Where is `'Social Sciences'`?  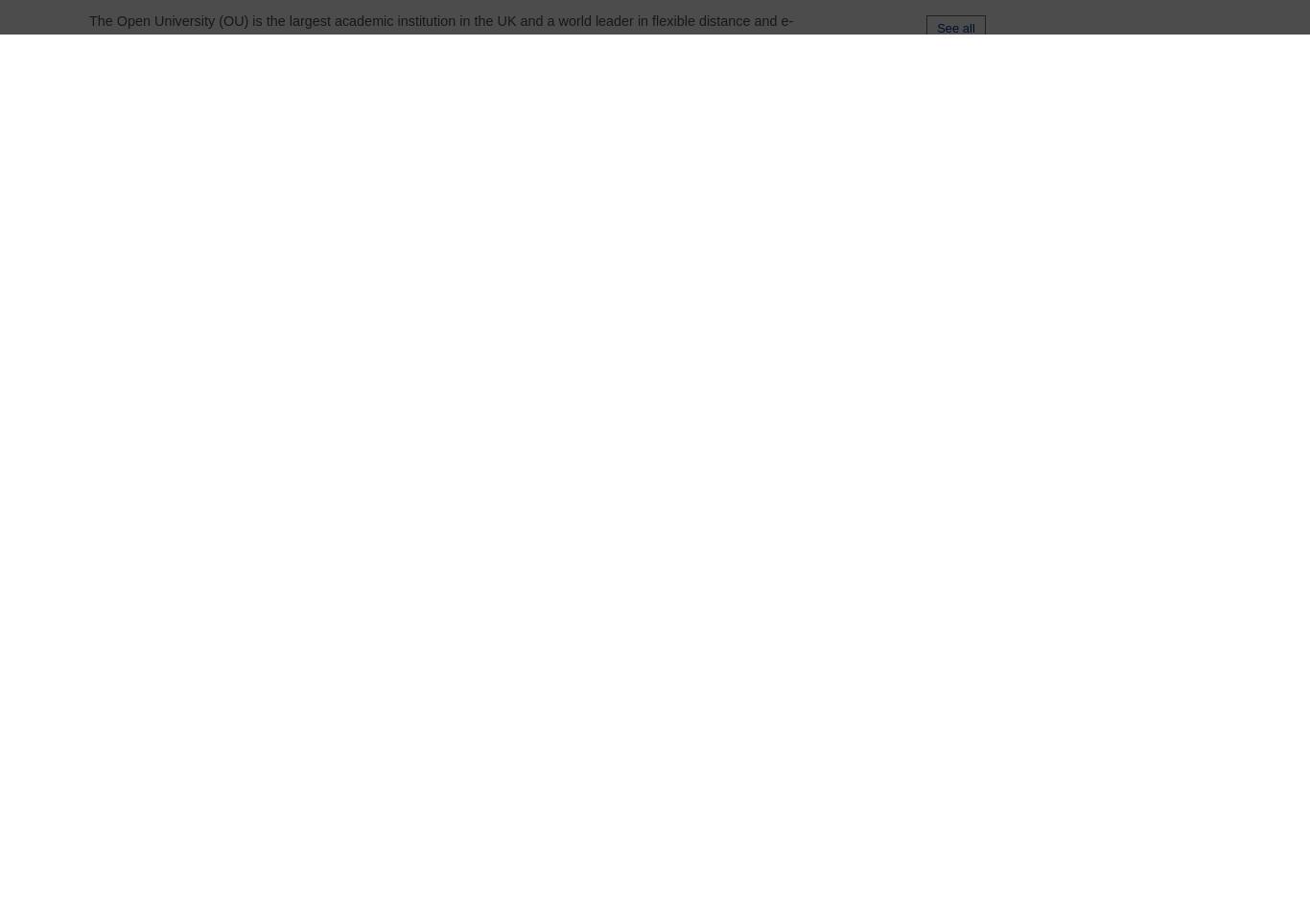 'Social Sciences' is located at coordinates (620, 637).